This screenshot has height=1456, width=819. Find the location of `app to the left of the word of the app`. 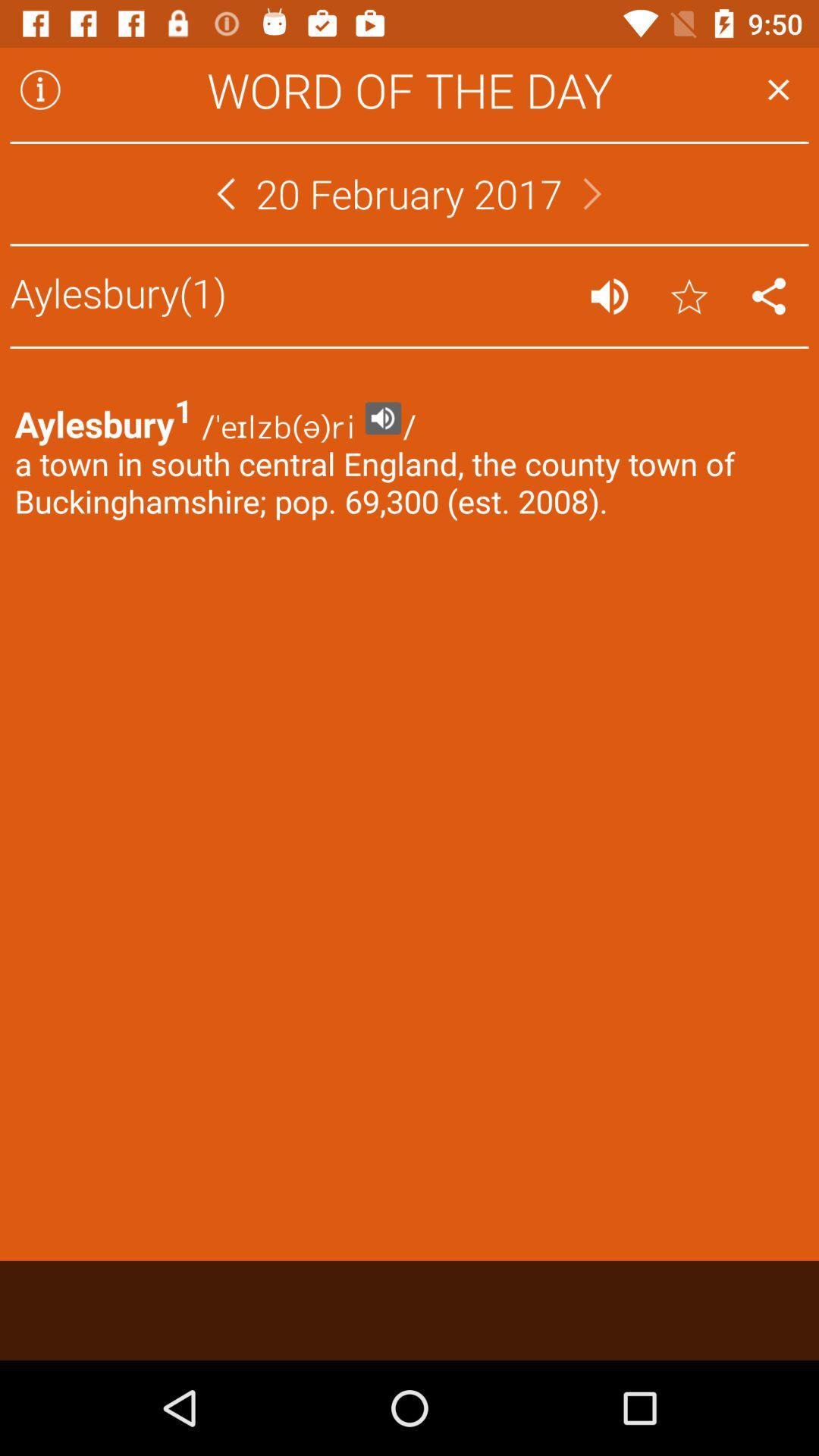

app to the left of the word of the app is located at coordinates (39, 89).